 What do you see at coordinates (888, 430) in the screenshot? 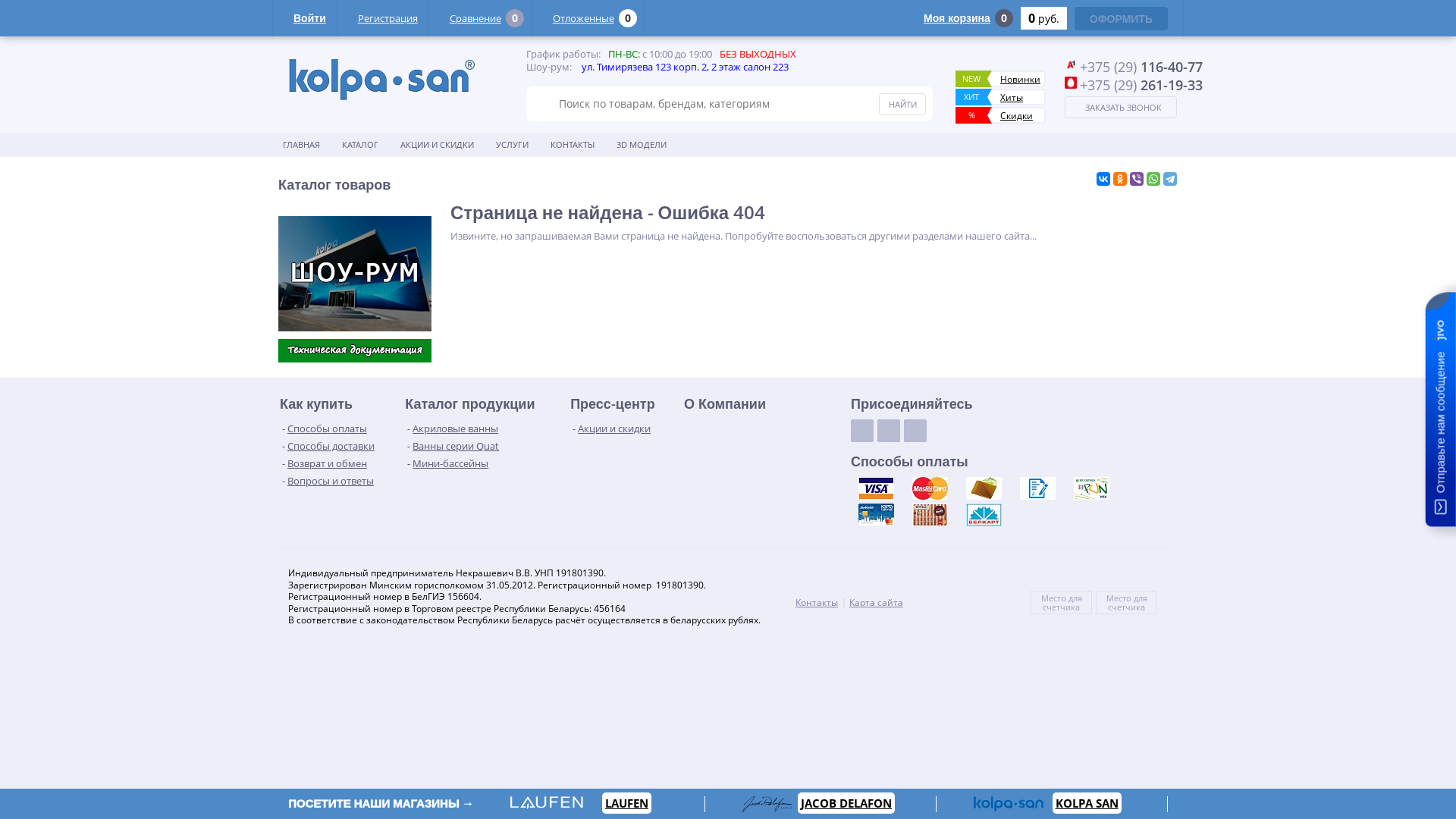
I see `'Facebook'` at bounding box center [888, 430].